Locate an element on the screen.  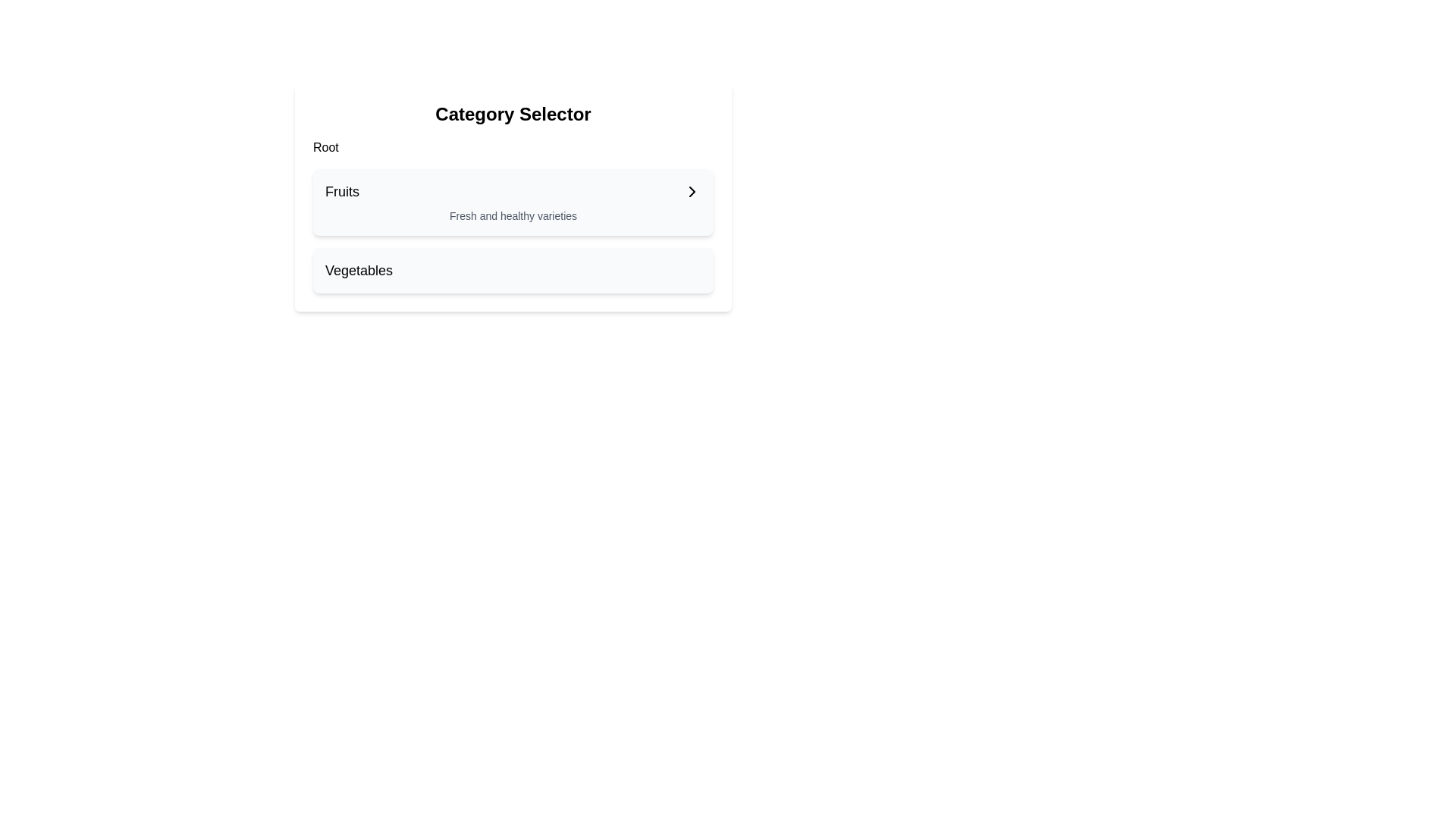
the right-facing chevron-style arrow icon located in the 'Fruits' section of the 'Category Selector' interface is located at coordinates (691, 191).